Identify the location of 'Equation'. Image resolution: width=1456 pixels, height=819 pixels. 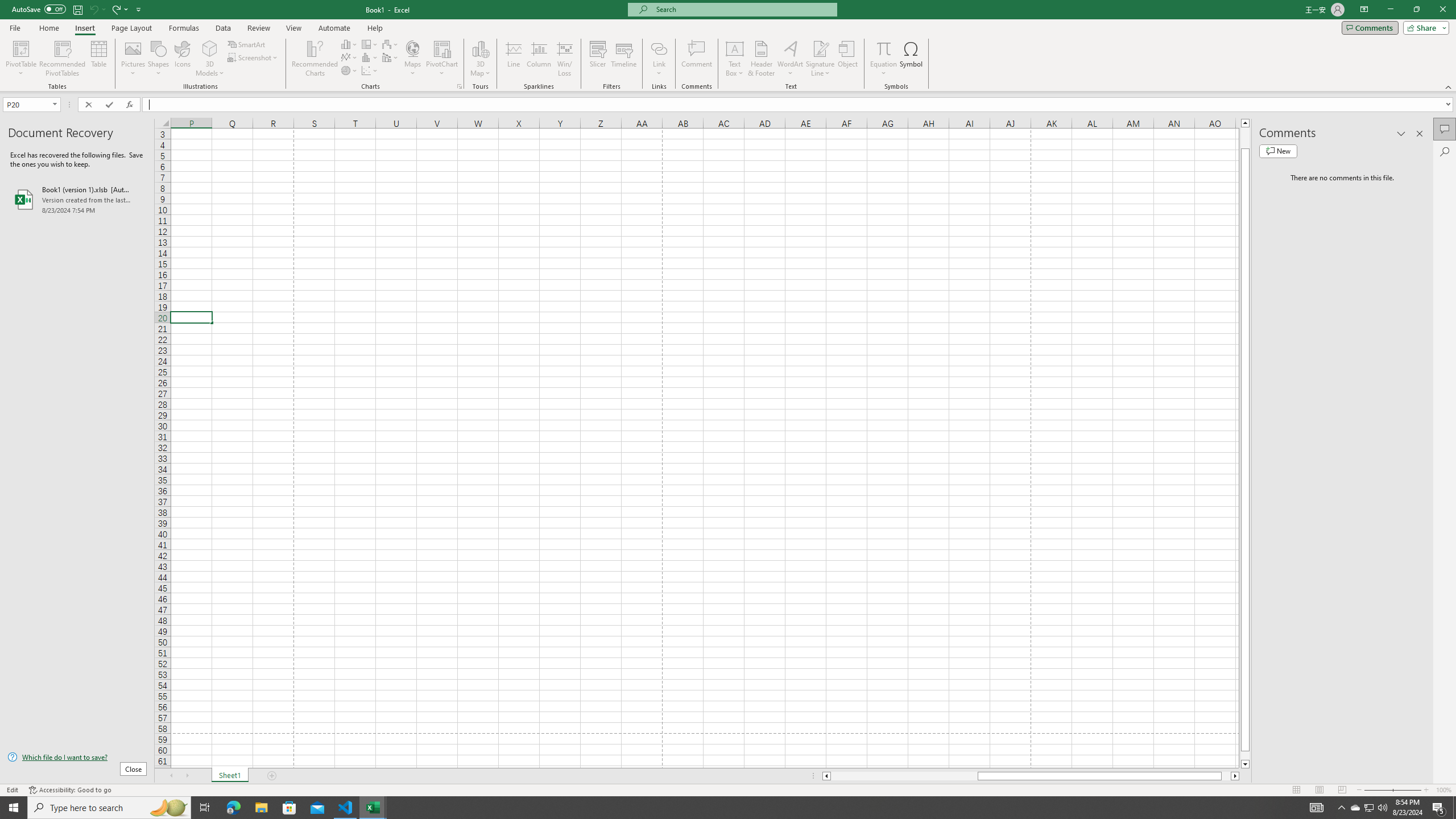
(883, 59).